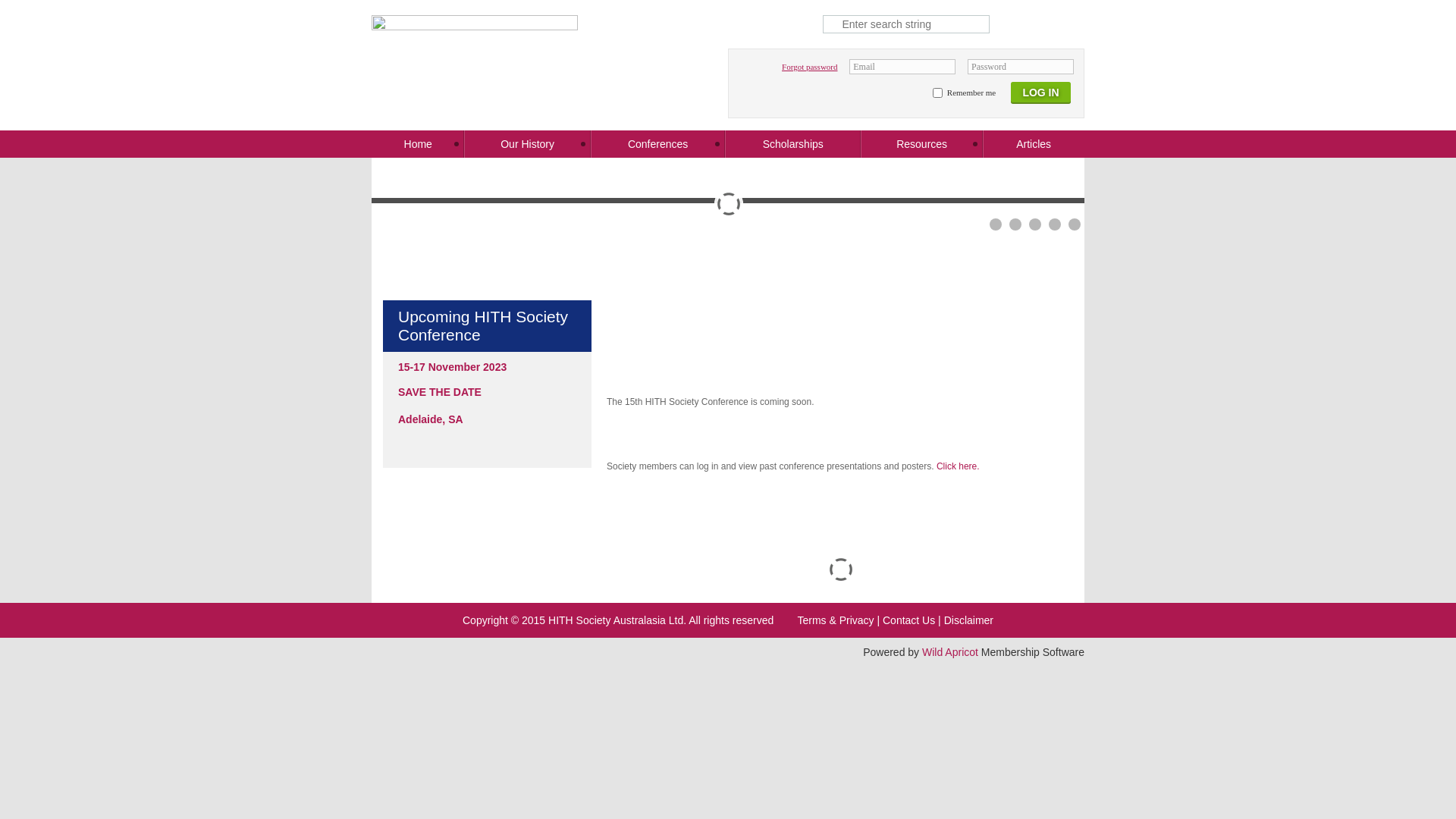 This screenshot has width=1456, height=819. What do you see at coordinates (658, 143) in the screenshot?
I see `'Conferences'` at bounding box center [658, 143].